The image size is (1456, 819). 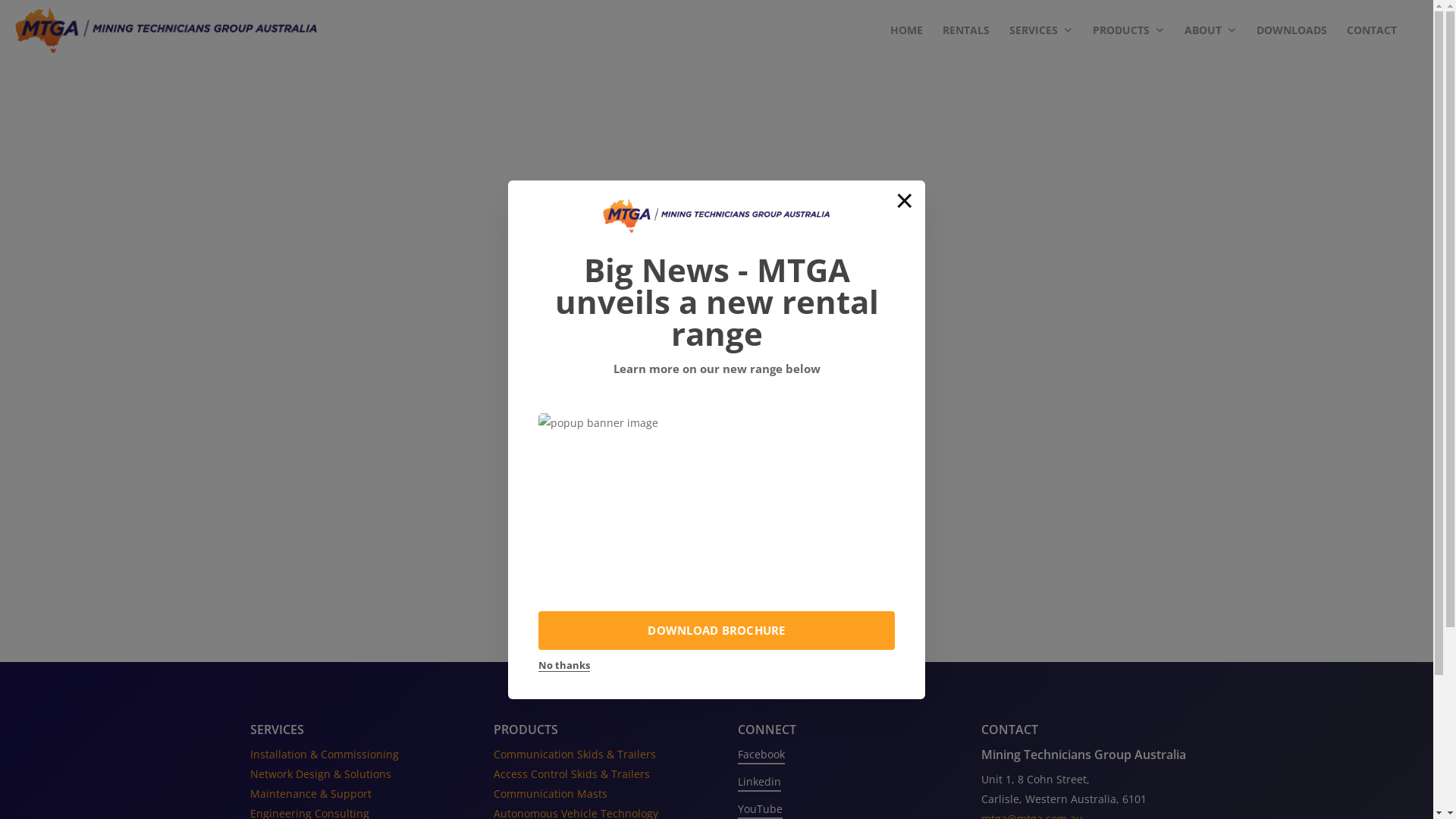 What do you see at coordinates (570, 773) in the screenshot?
I see `'Access Control Skids & Trailers'` at bounding box center [570, 773].